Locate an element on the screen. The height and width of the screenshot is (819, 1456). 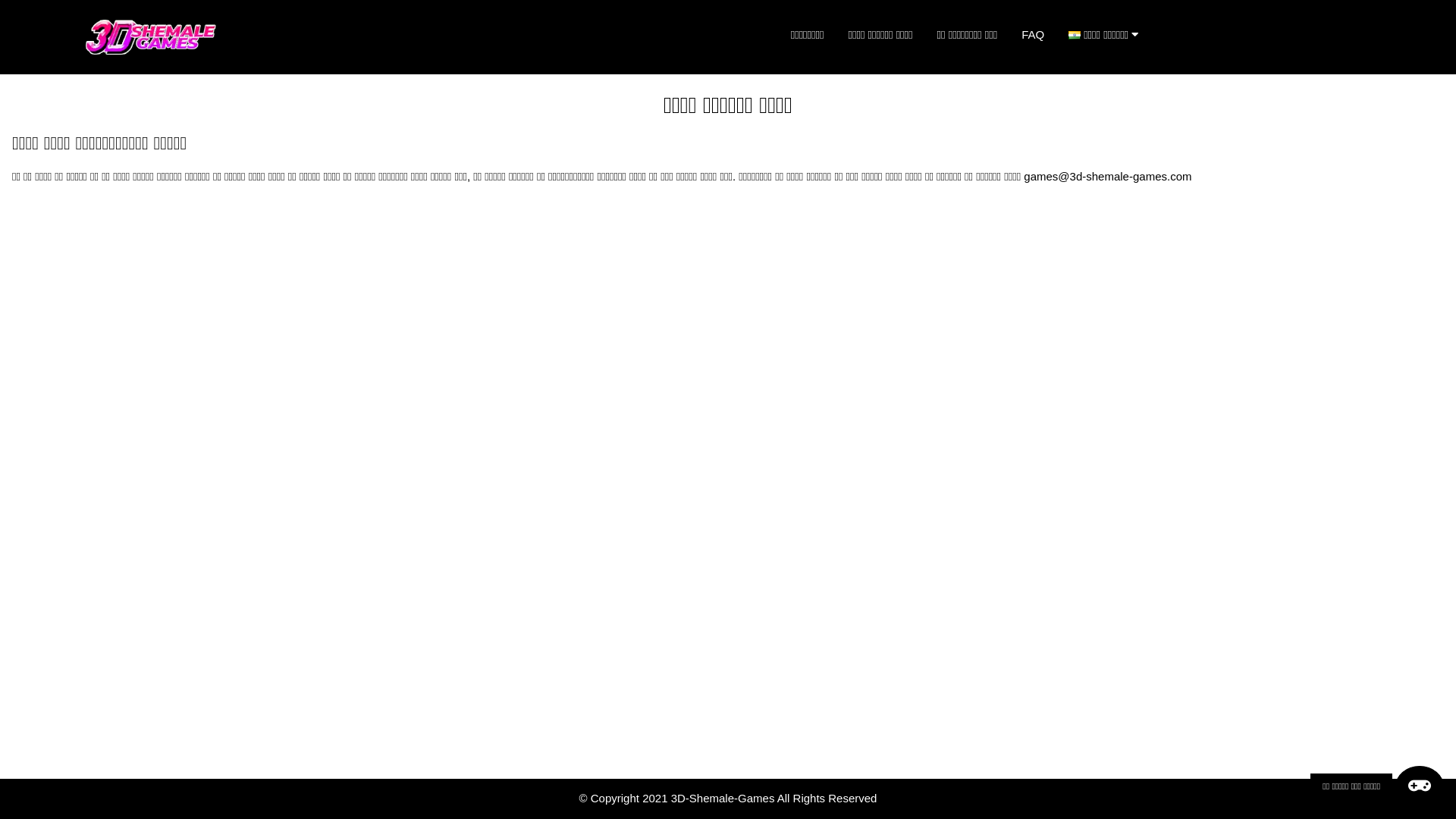
'FAQ' is located at coordinates (1032, 34).